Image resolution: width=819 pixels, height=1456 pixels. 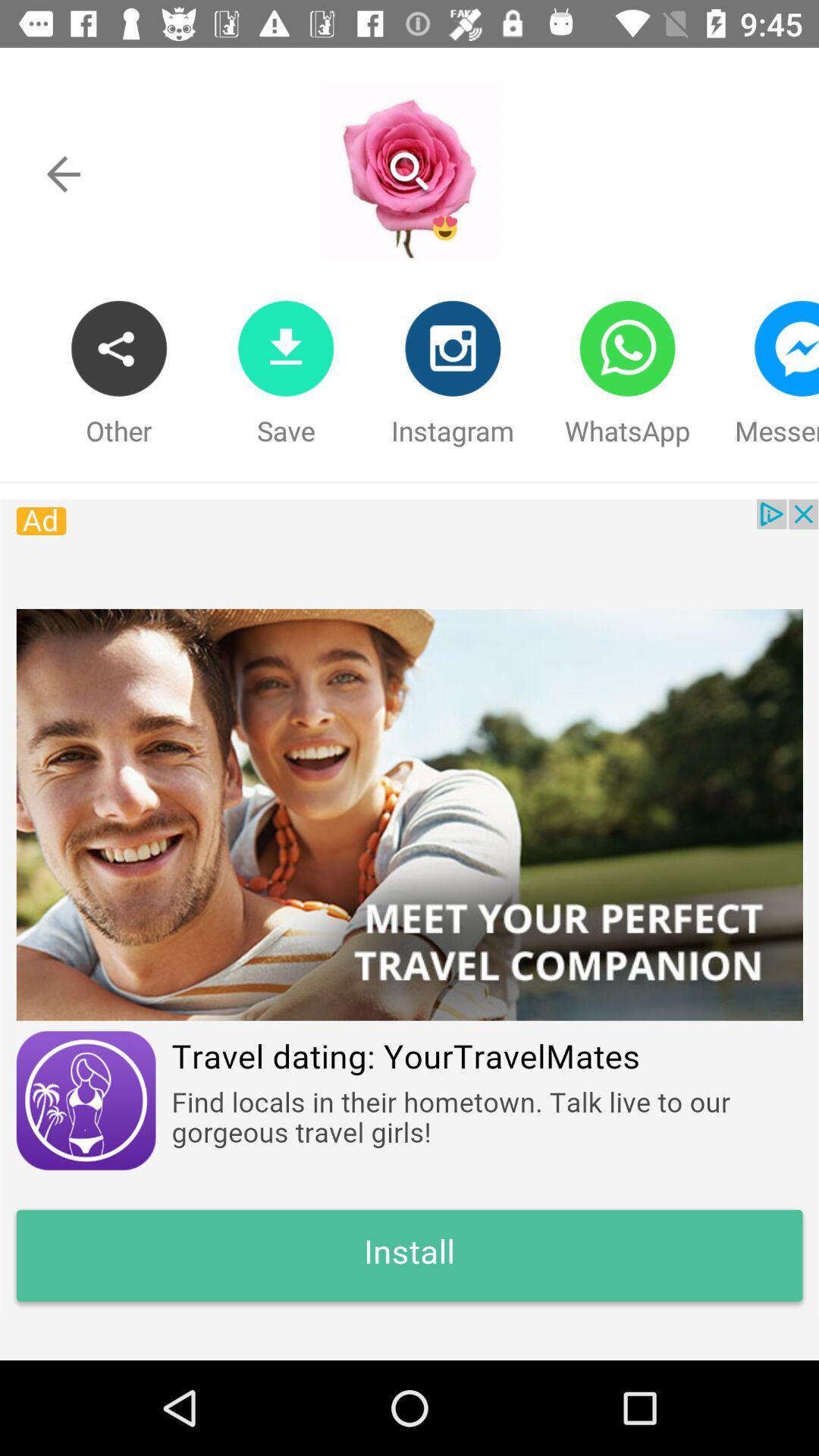 What do you see at coordinates (63, 174) in the screenshot?
I see `go back` at bounding box center [63, 174].